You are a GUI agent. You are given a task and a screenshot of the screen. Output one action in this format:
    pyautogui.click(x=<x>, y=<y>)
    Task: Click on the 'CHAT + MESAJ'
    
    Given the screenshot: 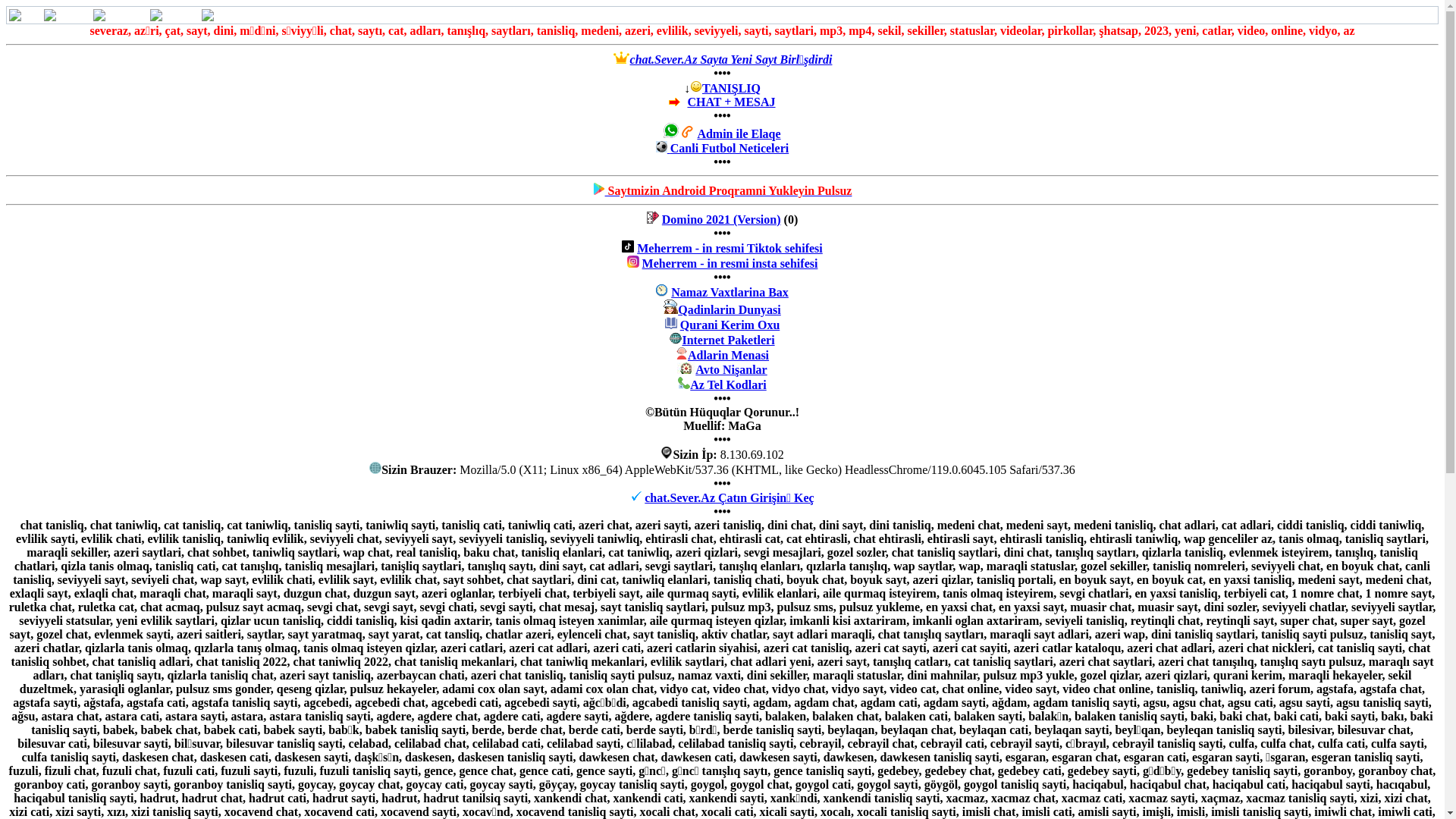 What is the action you would take?
    pyautogui.click(x=731, y=102)
    